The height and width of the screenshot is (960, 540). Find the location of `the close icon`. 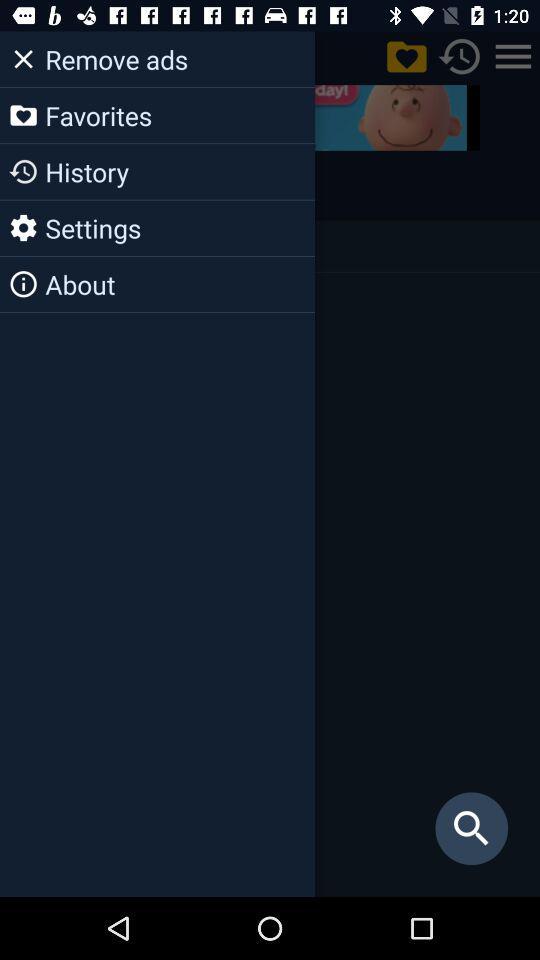

the close icon is located at coordinates (25, 55).